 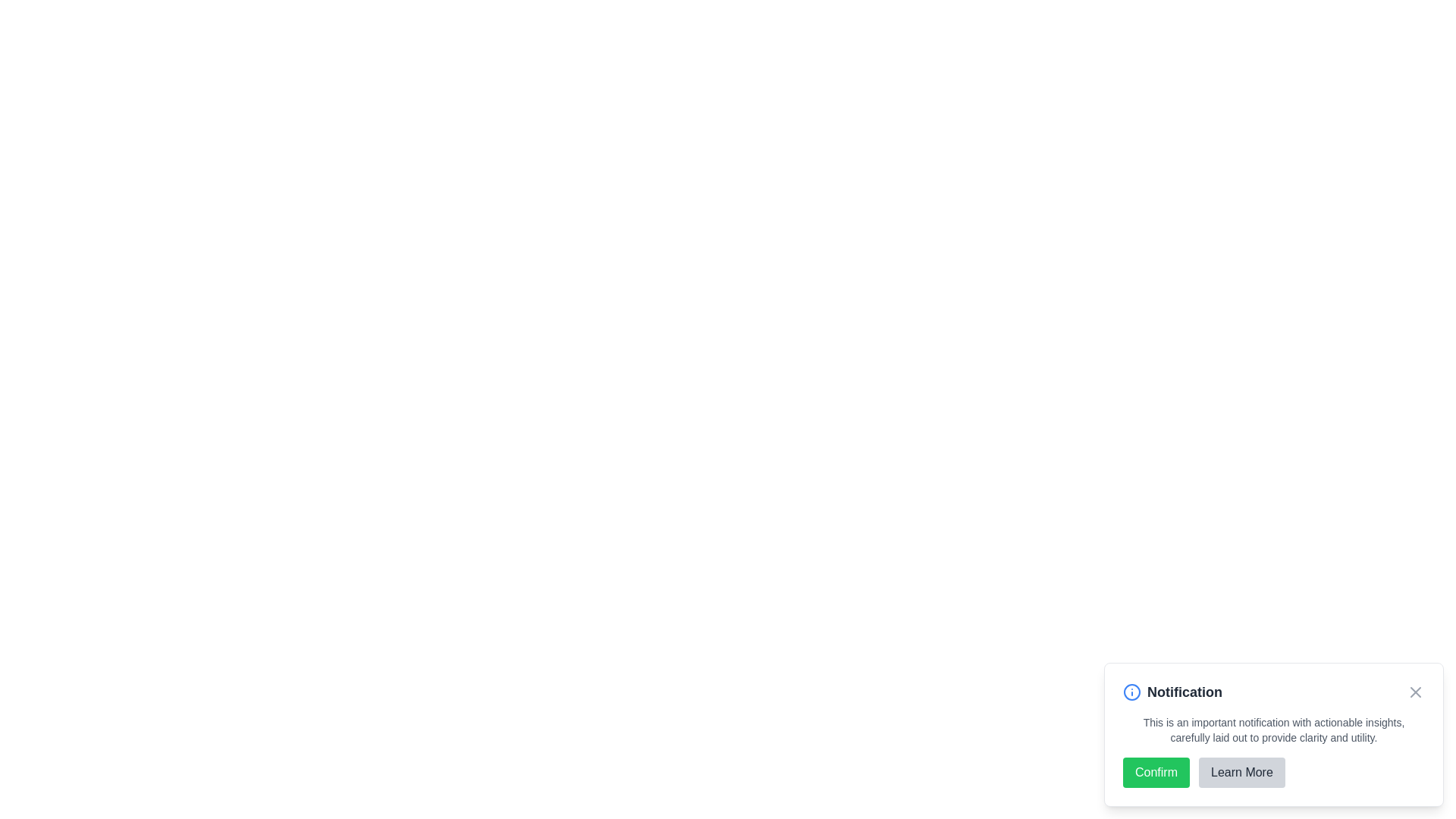 What do you see at coordinates (1241, 772) in the screenshot?
I see `the 'Learn More' button located at the bottom right corner of the notification modal via keyboard navigation` at bounding box center [1241, 772].